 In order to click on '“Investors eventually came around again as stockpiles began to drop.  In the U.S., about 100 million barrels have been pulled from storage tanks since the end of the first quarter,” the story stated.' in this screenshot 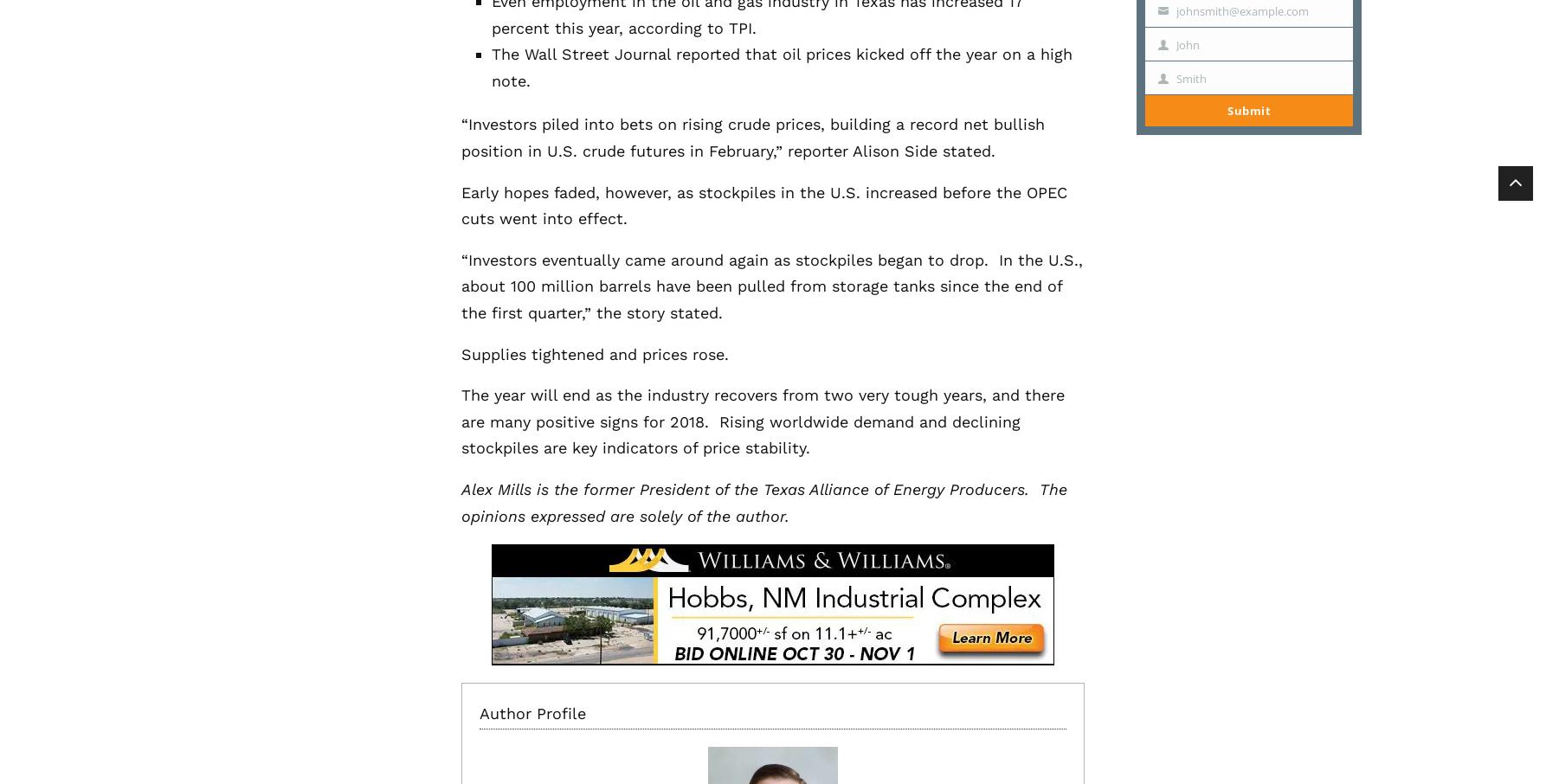, I will do `click(770, 286)`.